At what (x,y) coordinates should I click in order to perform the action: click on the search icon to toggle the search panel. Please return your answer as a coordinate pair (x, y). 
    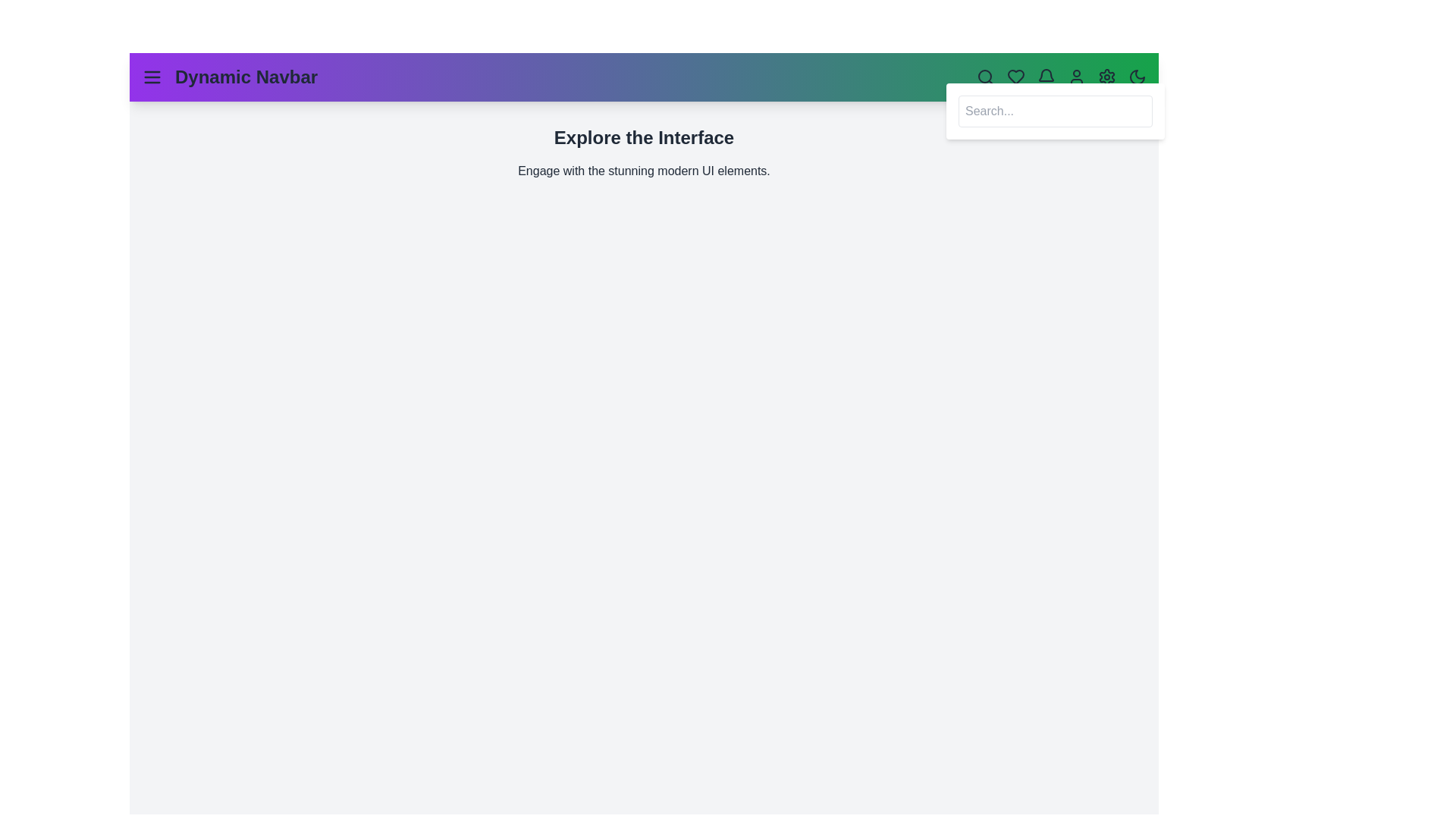
    Looking at the image, I should click on (986, 77).